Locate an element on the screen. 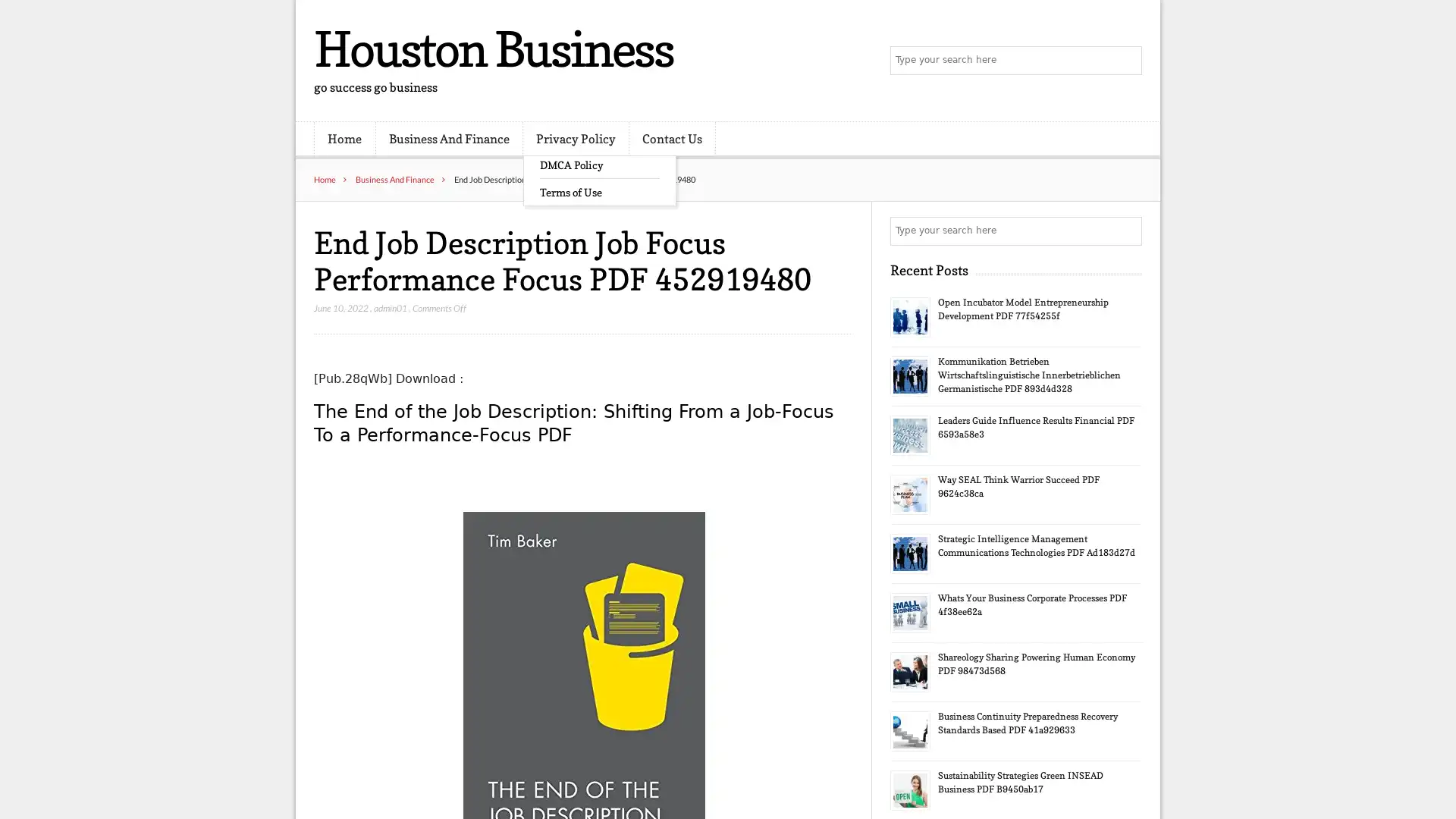  Search is located at coordinates (1126, 231).